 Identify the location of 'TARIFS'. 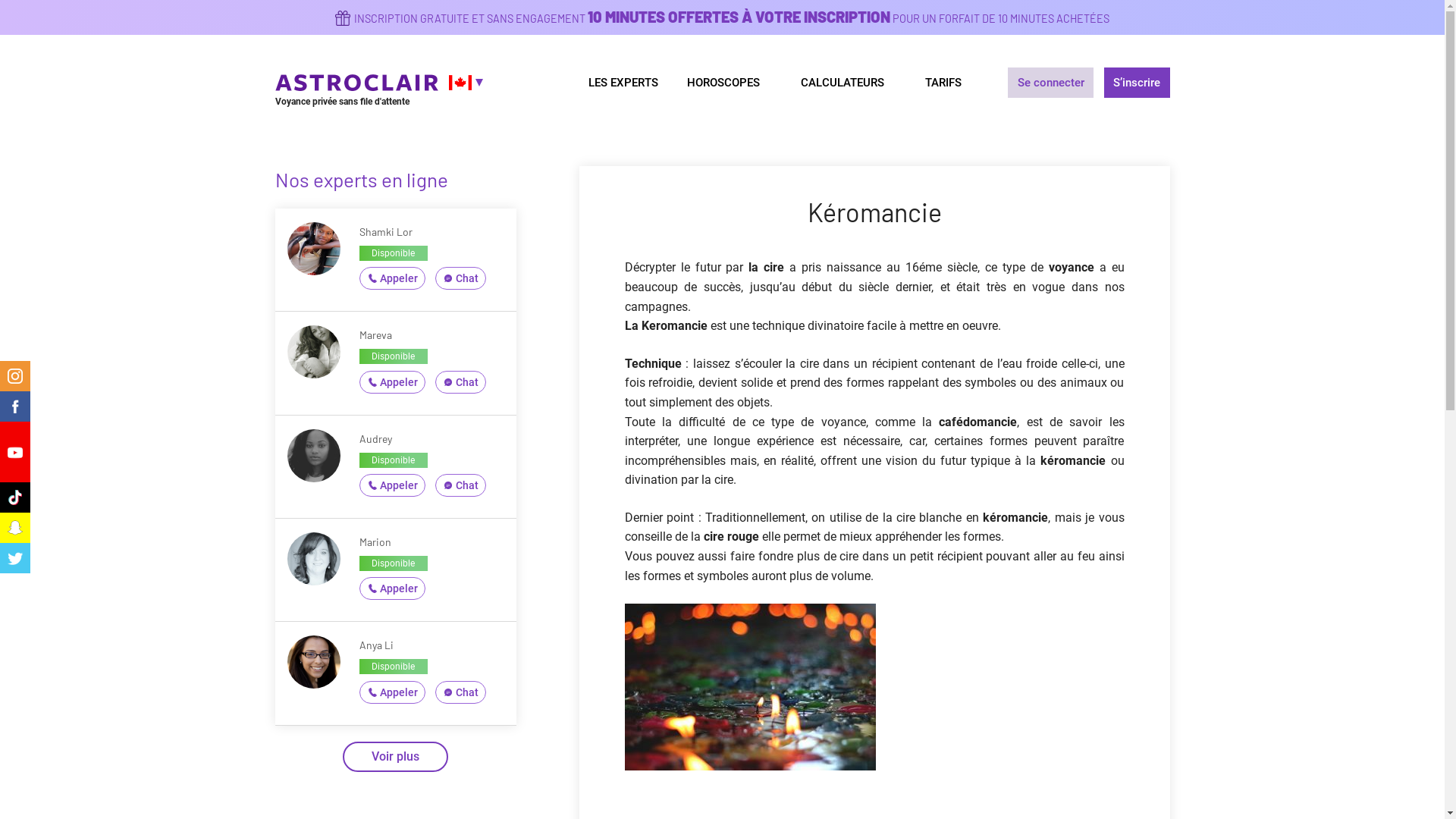
(943, 82).